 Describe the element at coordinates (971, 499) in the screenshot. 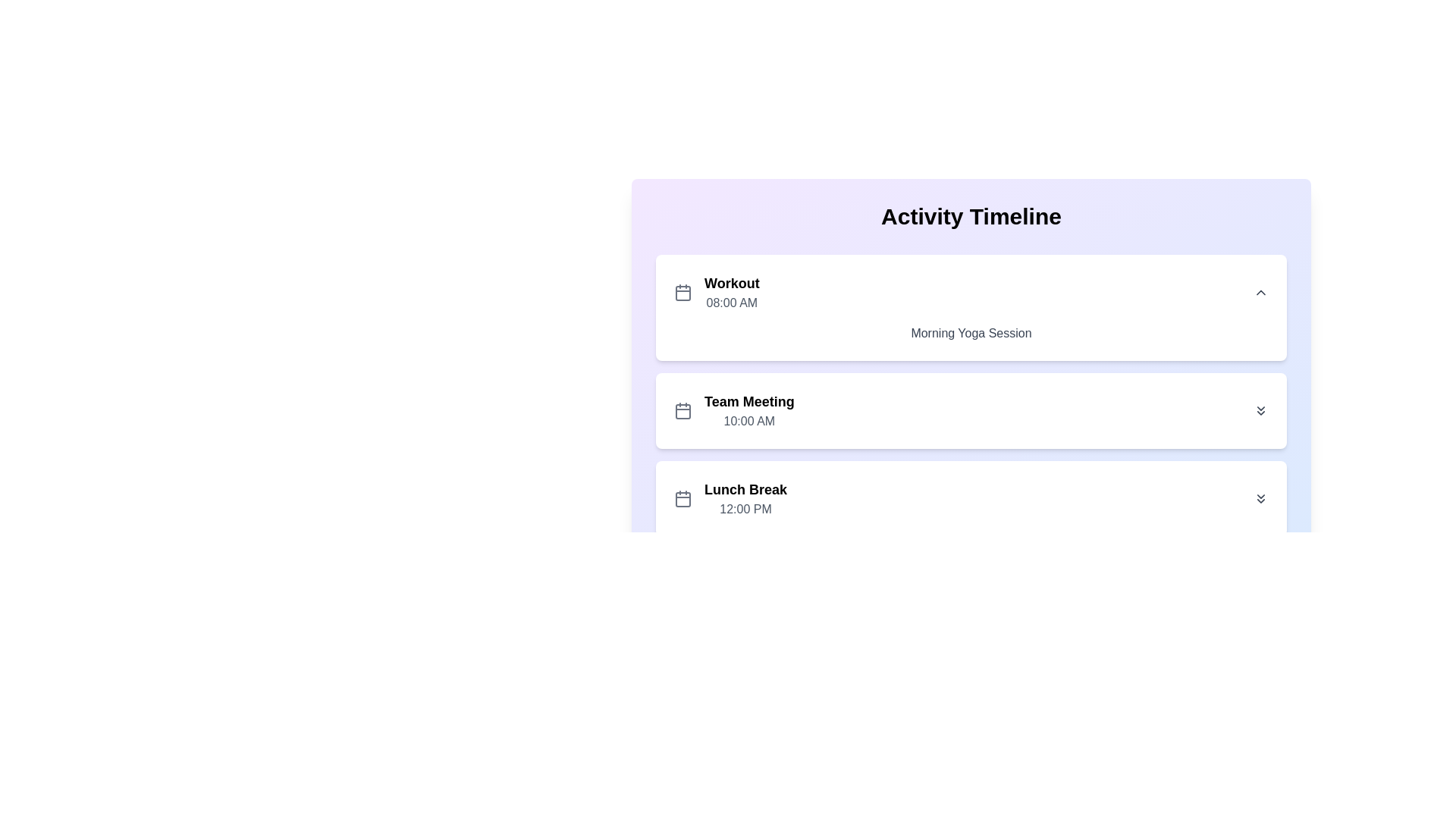

I see `the Schedule Entry representing the lunch break at 12:00 PM in the Activity Timeline, which is the third item in the vertical list` at that location.